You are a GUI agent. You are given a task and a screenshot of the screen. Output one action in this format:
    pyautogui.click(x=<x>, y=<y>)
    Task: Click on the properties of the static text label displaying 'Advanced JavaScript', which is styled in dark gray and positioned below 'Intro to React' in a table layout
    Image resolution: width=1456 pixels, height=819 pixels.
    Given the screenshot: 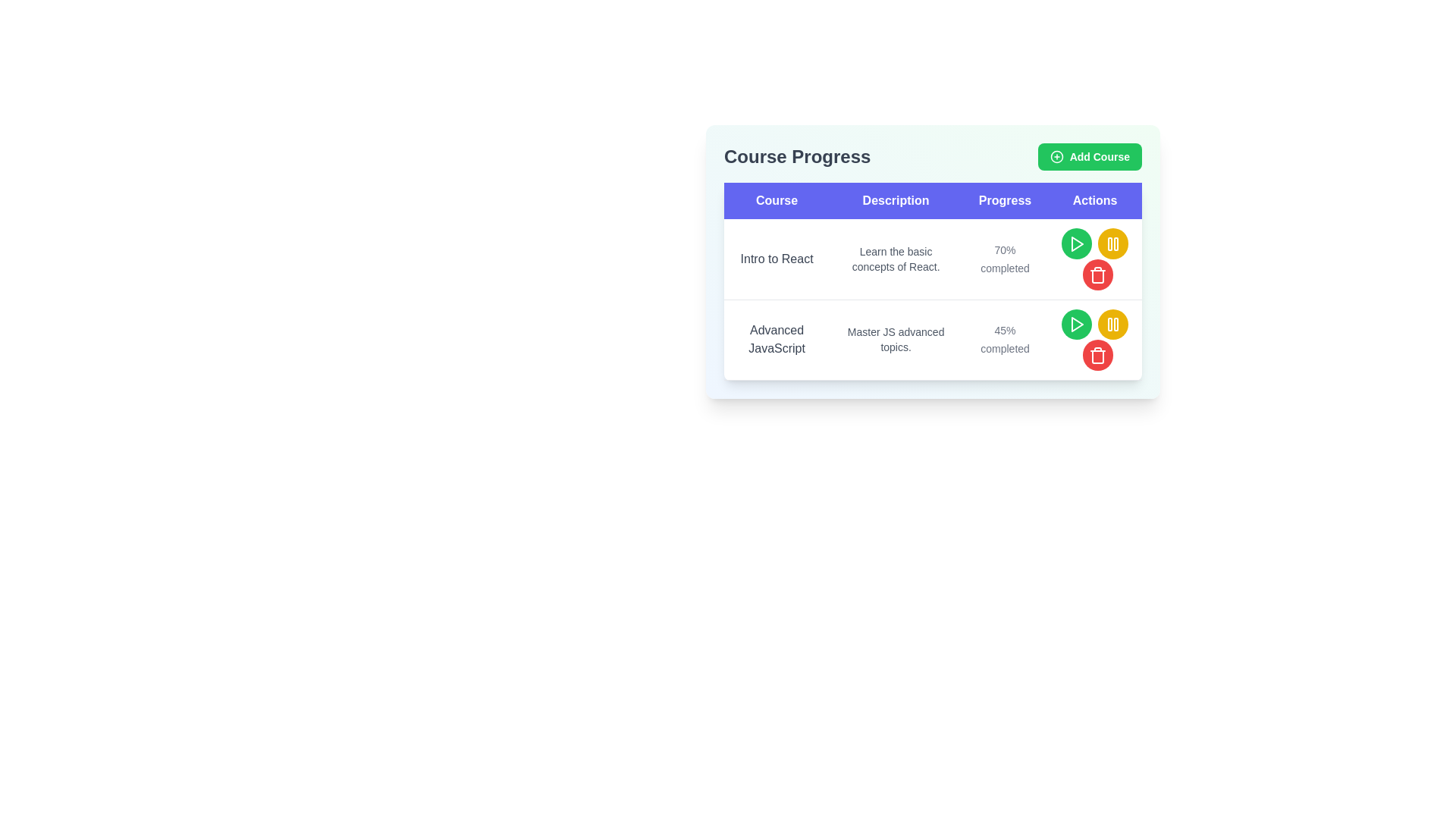 What is the action you would take?
    pyautogui.click(x=777, y=339)
    